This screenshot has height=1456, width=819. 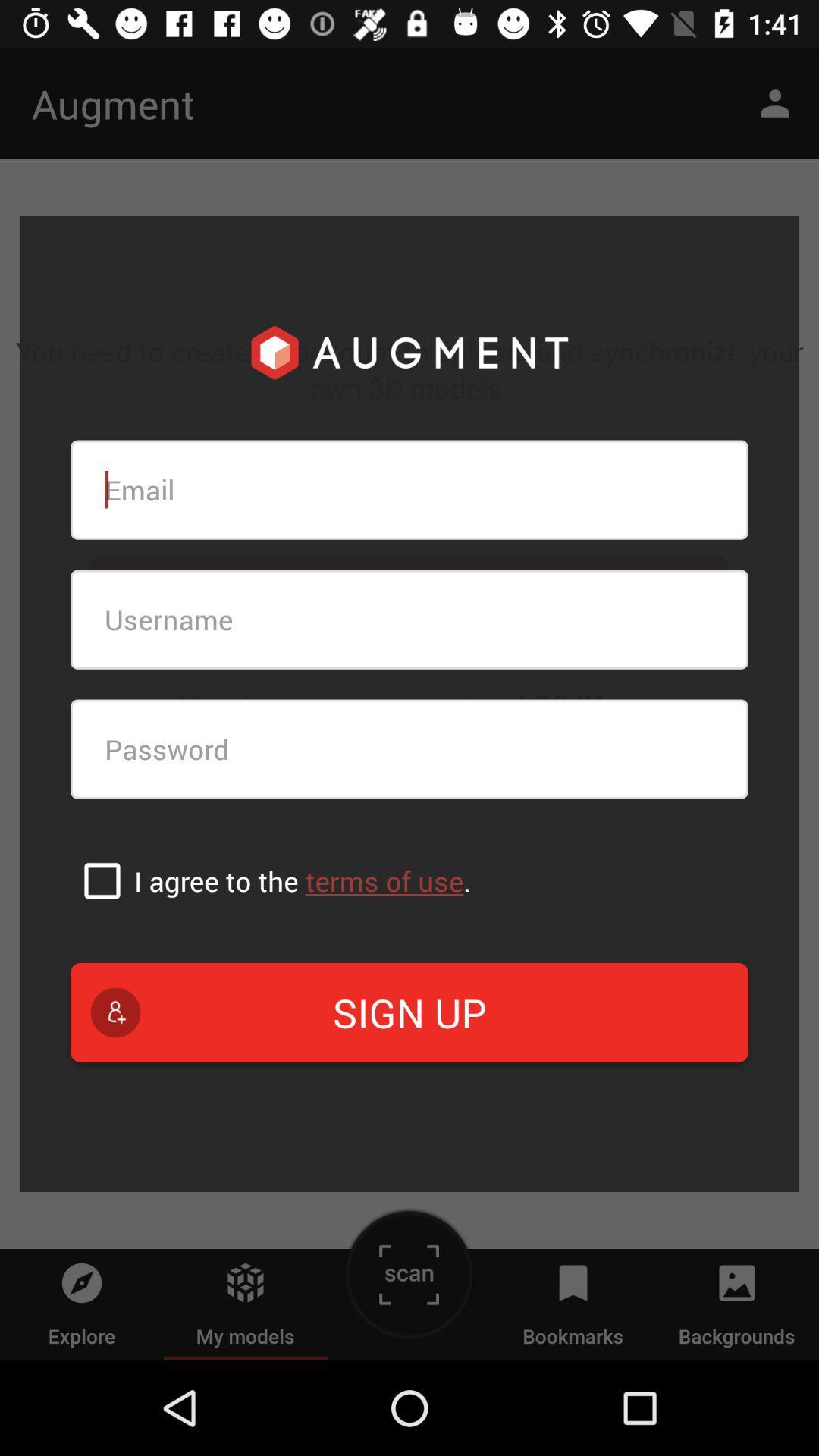 What do you see at coordinates (409, 1012) in the screenshot?
I see `icon at the bottom` at bounding box center [409, 1012].